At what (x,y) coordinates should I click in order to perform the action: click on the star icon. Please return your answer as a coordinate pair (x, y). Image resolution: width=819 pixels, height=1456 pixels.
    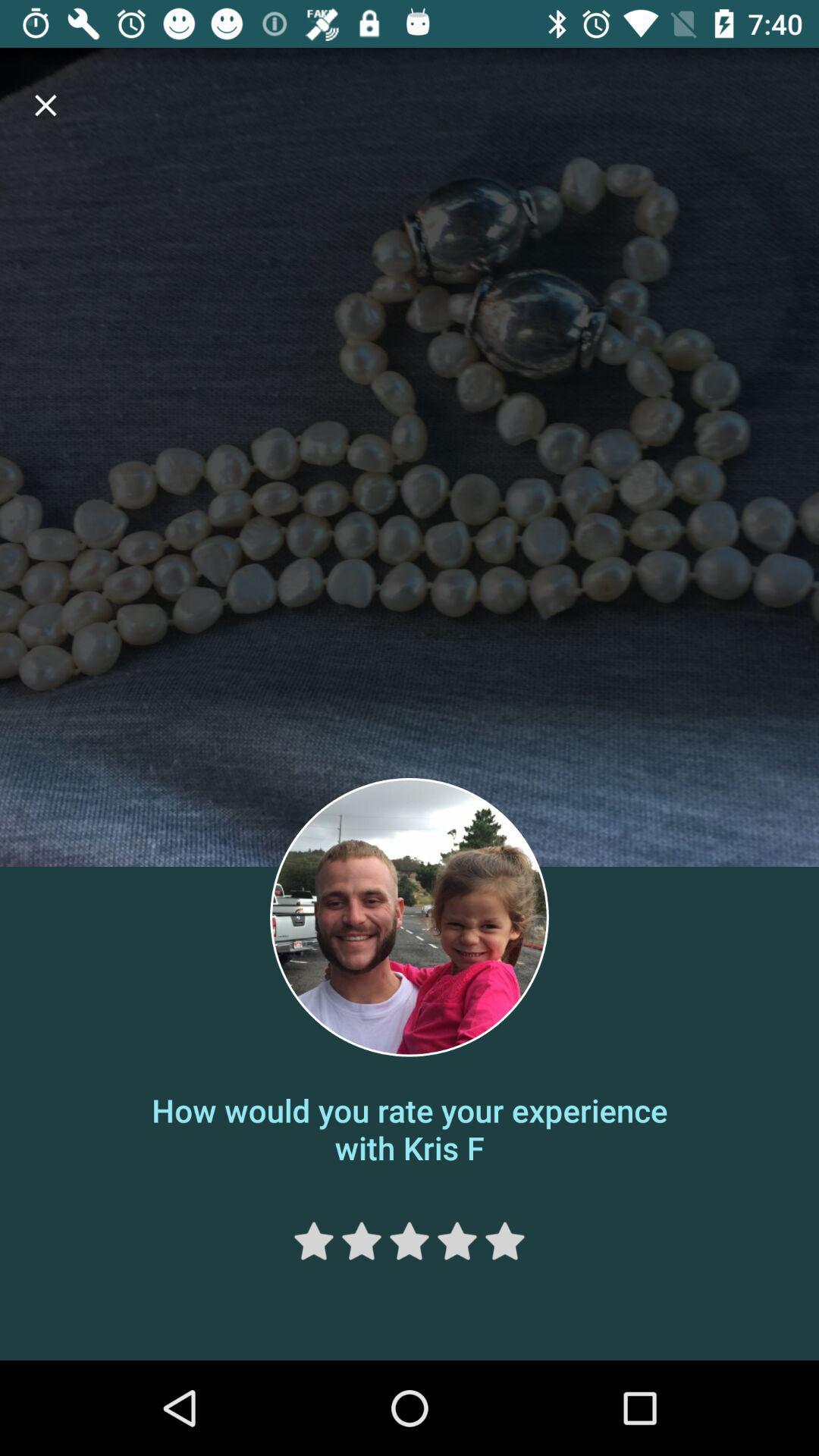
    Looking at the image, I should click on (409, 1241).